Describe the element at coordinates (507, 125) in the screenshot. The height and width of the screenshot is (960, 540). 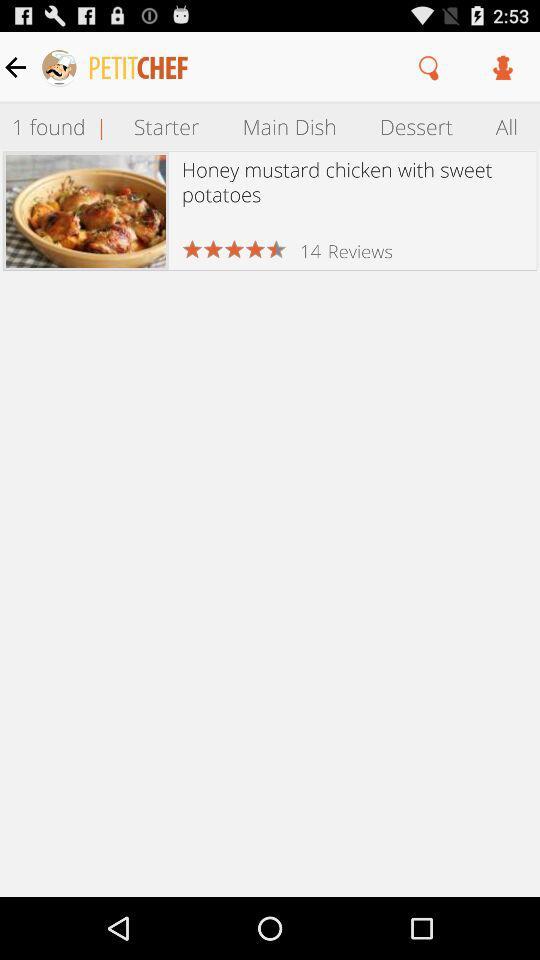
I see `all item` at that location.